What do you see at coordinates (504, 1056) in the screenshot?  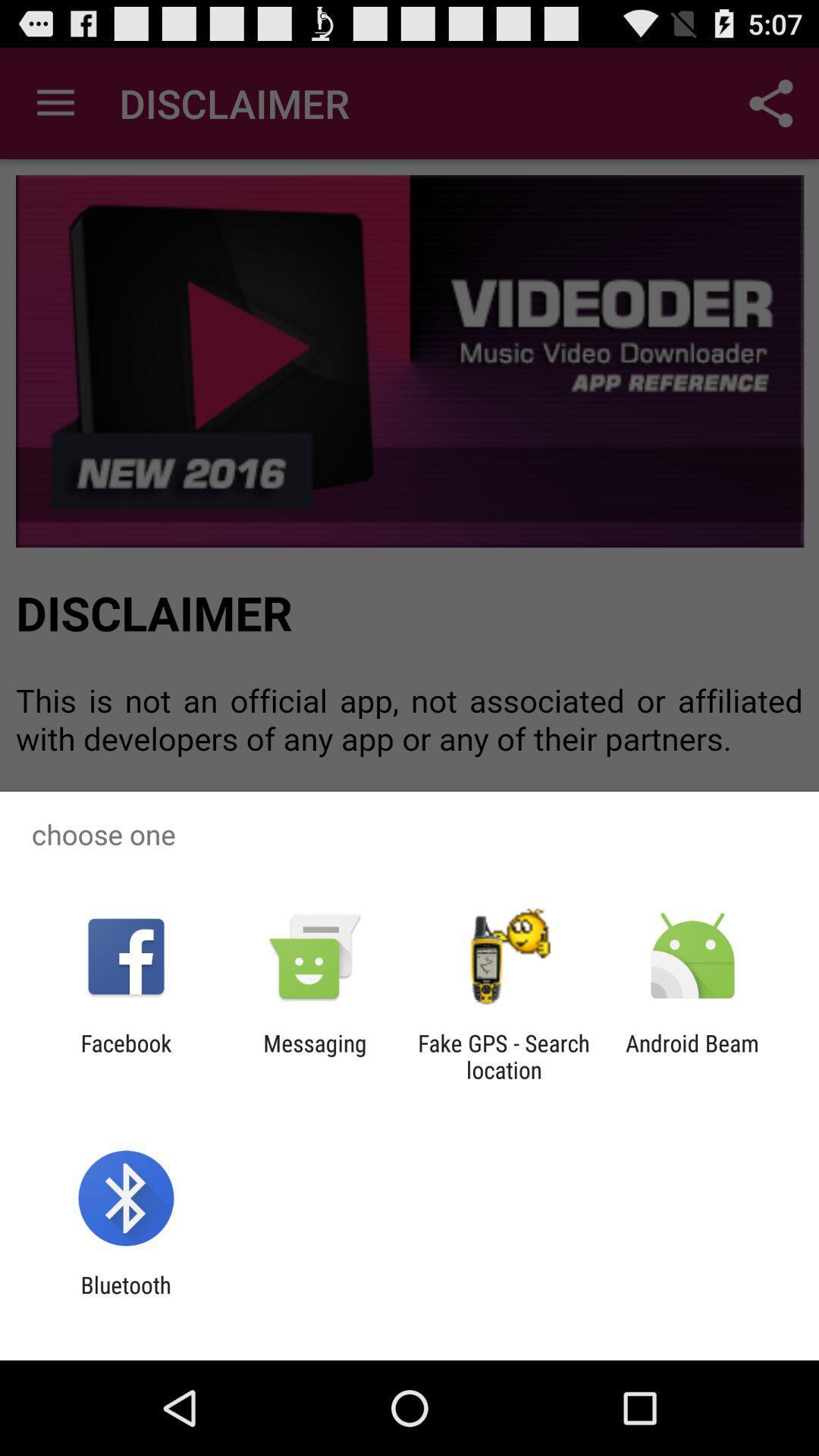 I see `fake gps search app` at bounding box center [504, 1056].